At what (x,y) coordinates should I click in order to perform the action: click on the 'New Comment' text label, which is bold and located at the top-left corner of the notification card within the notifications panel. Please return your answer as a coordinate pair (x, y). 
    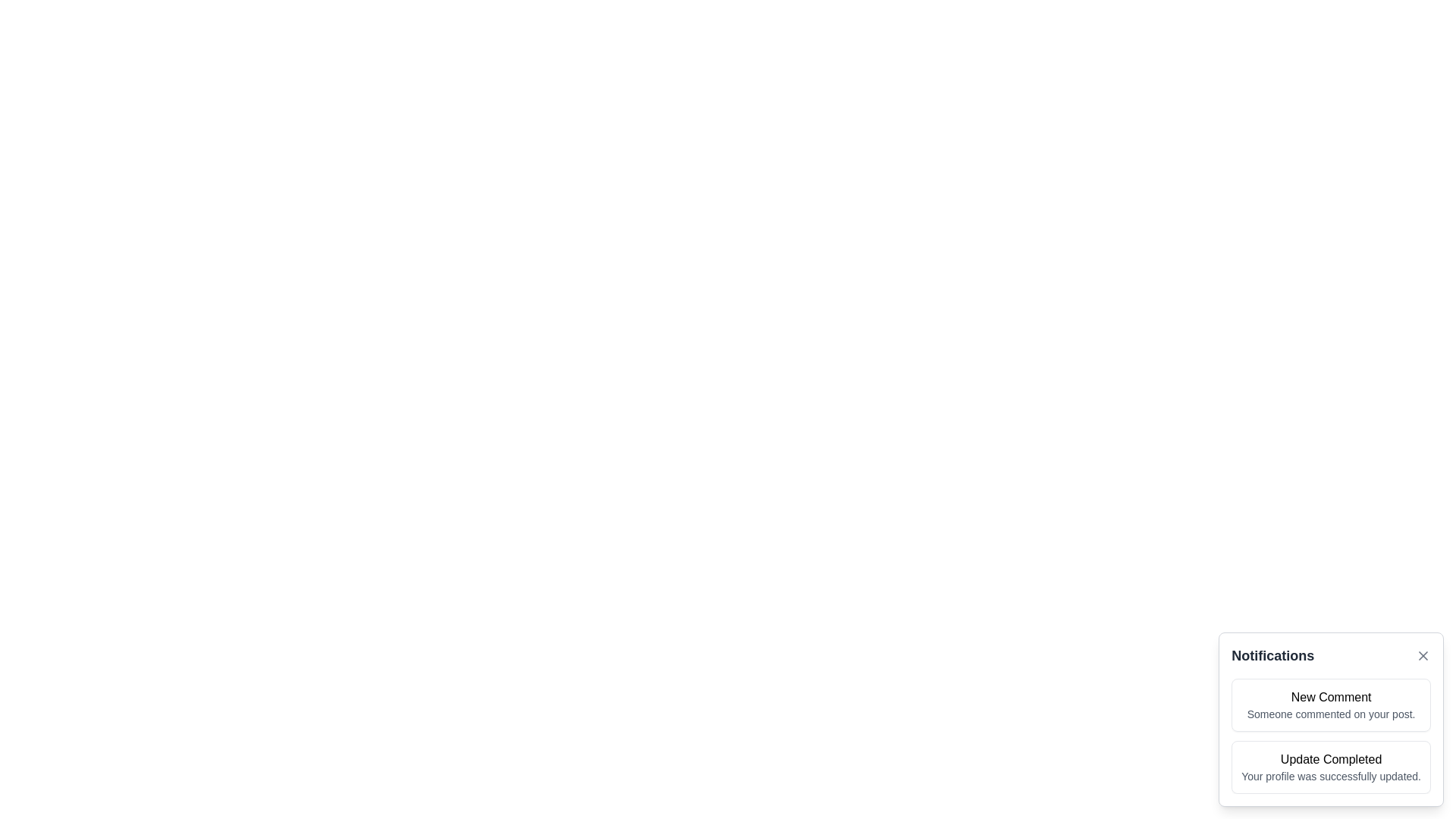
    Looking at the image, I should click on (1330, 698).